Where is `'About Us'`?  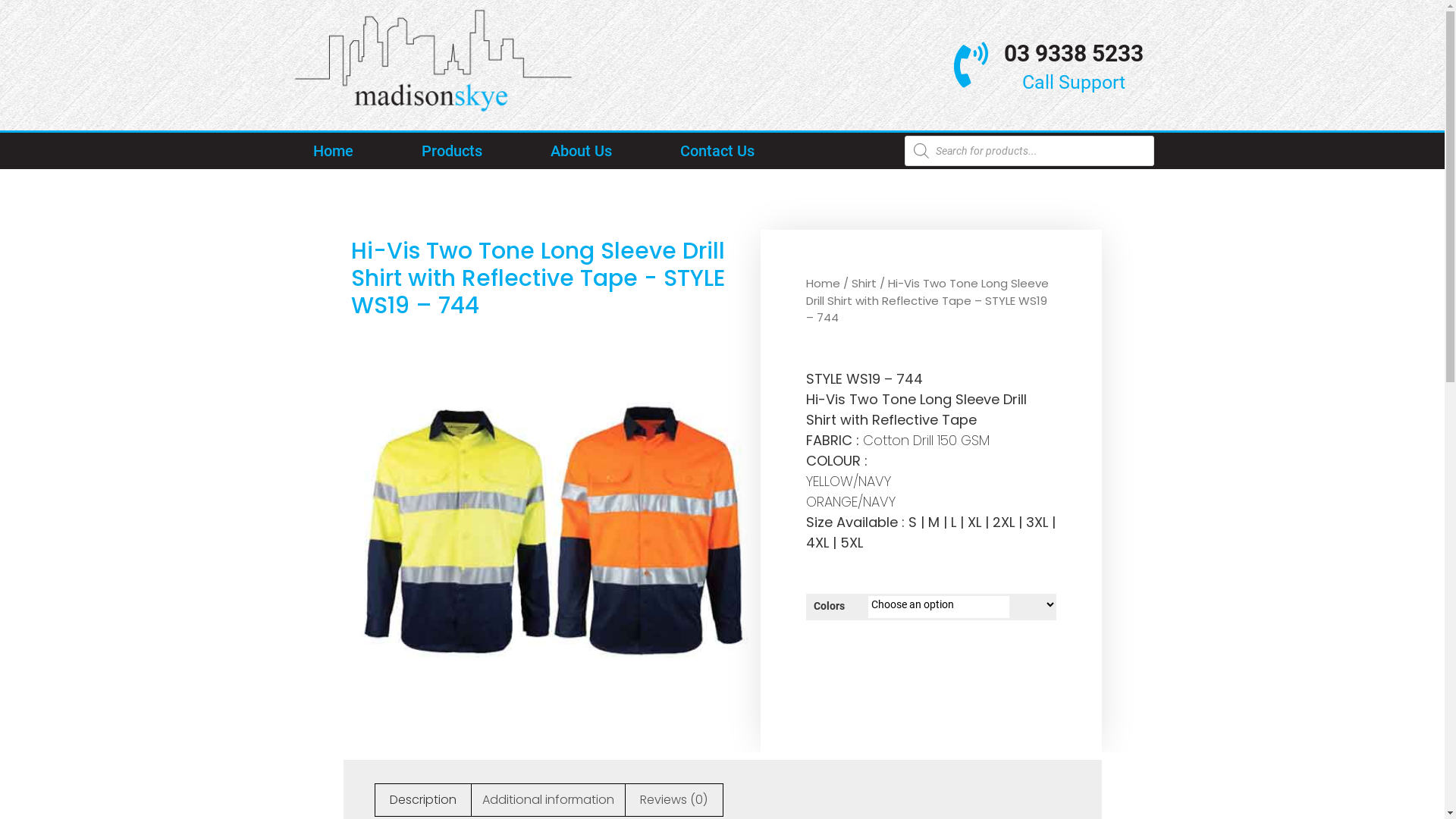 'About Us' is located at coordinates (528, 151).